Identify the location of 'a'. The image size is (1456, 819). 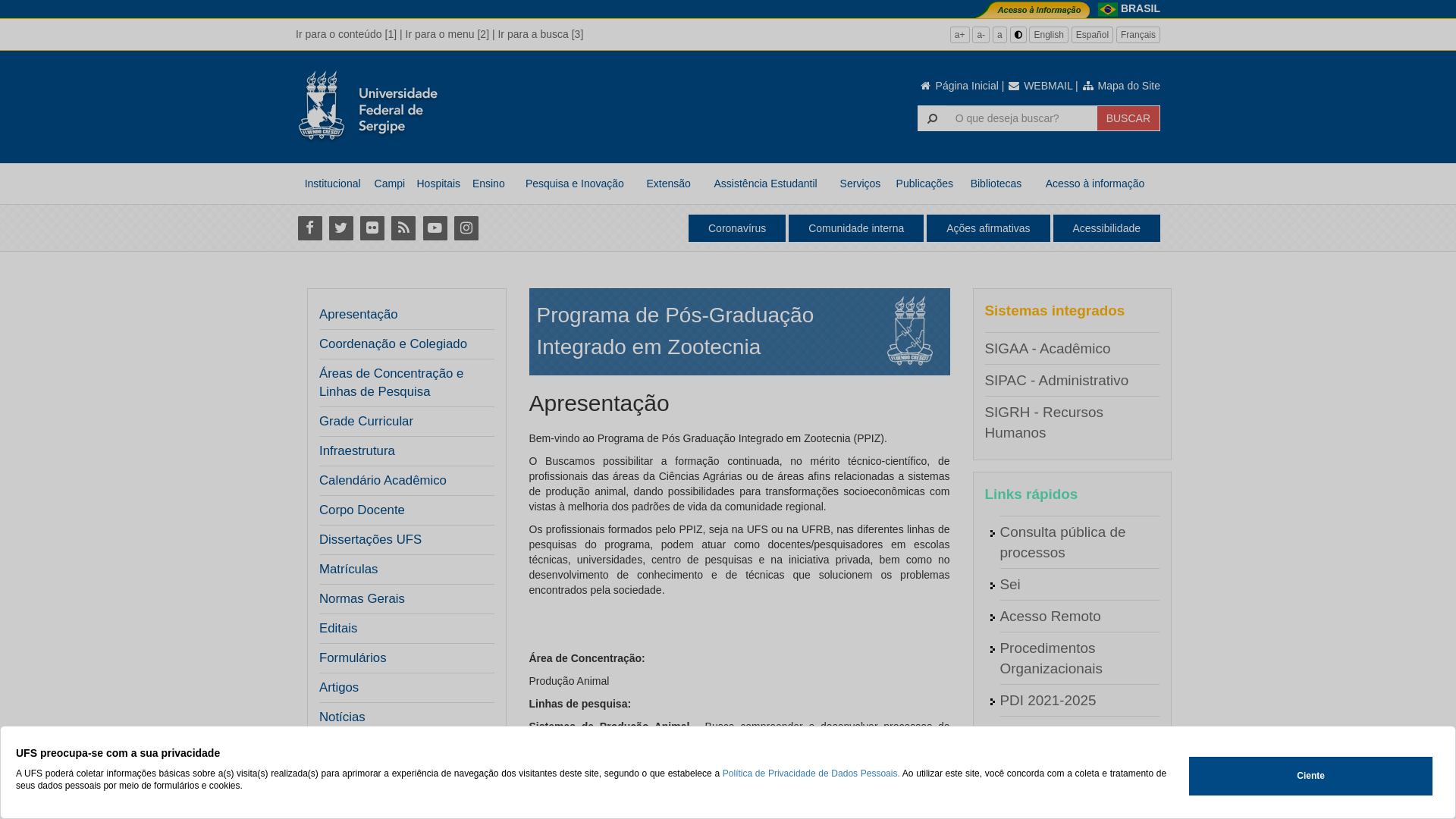
(999, 34).